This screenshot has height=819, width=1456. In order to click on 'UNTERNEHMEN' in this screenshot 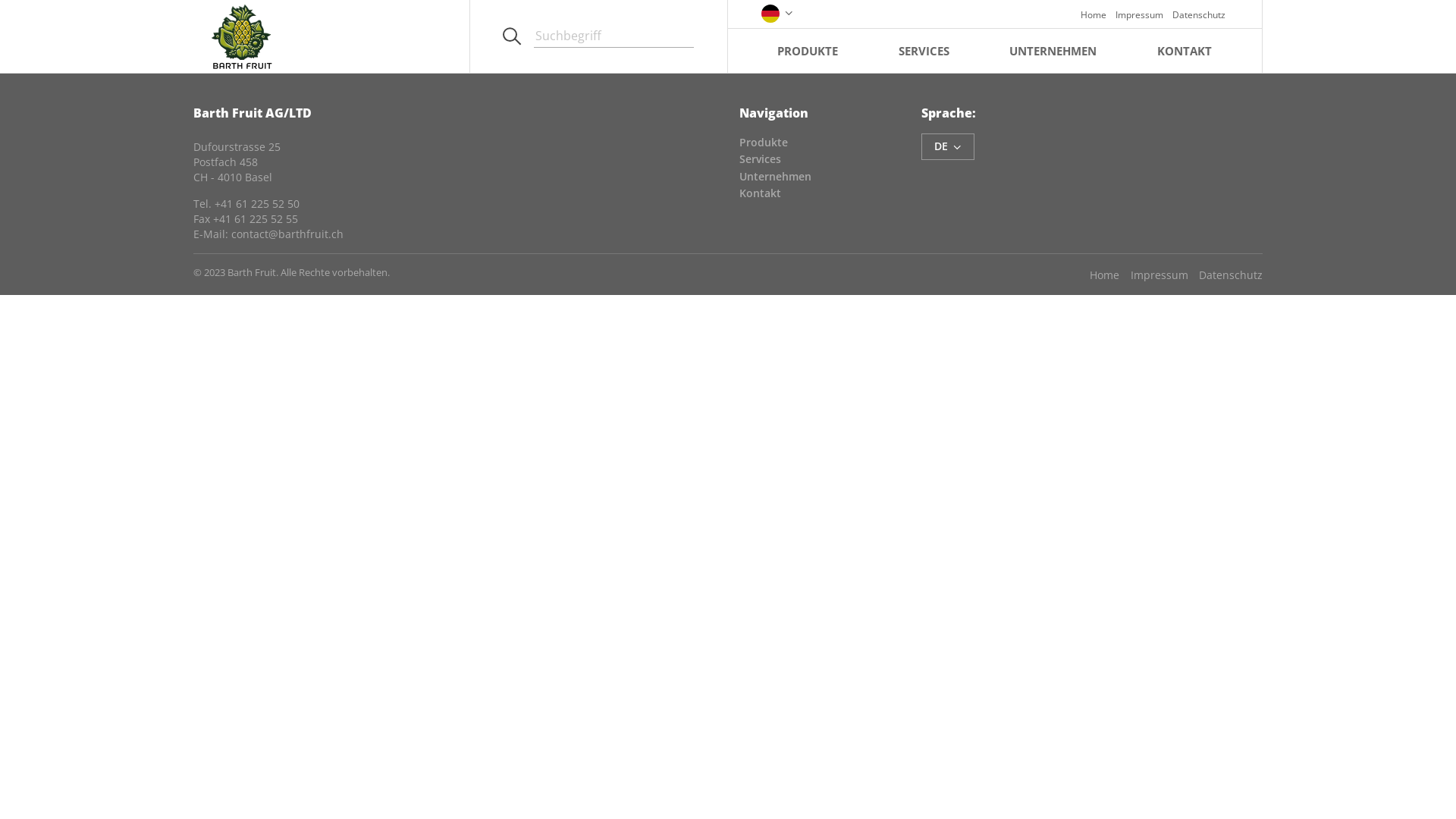, I will do `click(1052, 49)`.